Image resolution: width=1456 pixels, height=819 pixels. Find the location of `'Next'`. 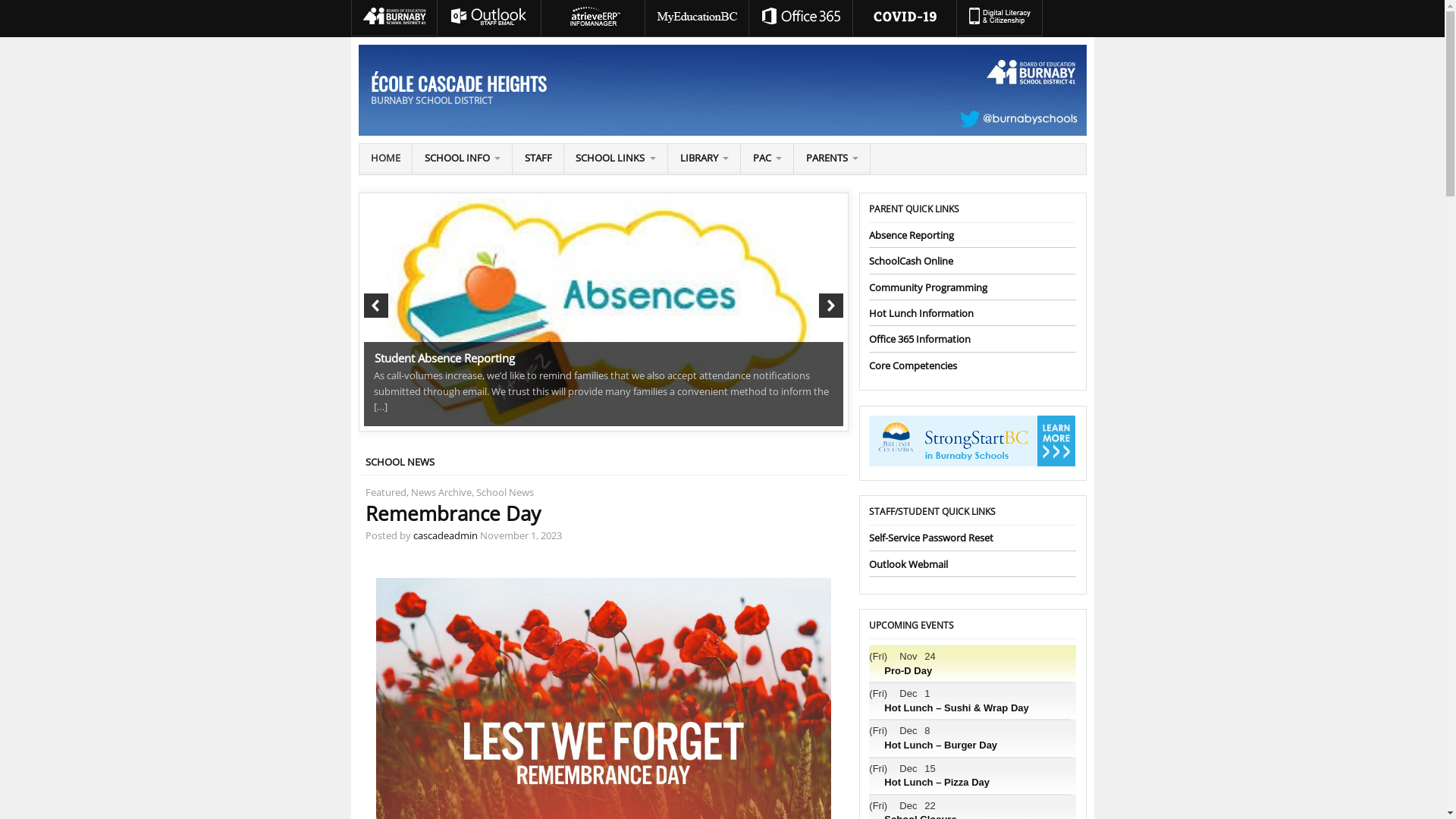

'Next' is located at coordinates (830, 305).